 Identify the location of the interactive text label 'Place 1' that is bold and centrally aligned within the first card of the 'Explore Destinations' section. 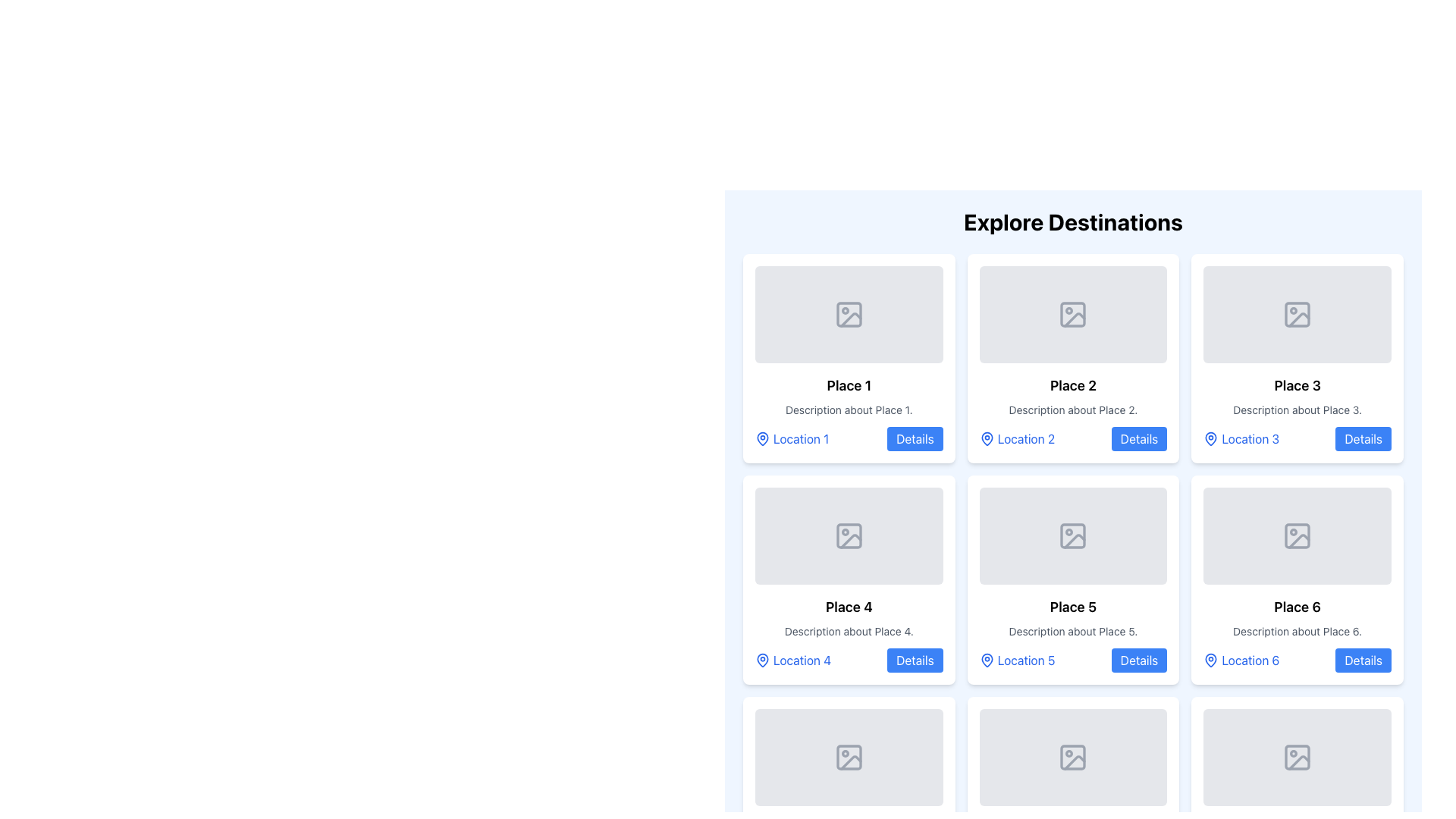
(848, 385).